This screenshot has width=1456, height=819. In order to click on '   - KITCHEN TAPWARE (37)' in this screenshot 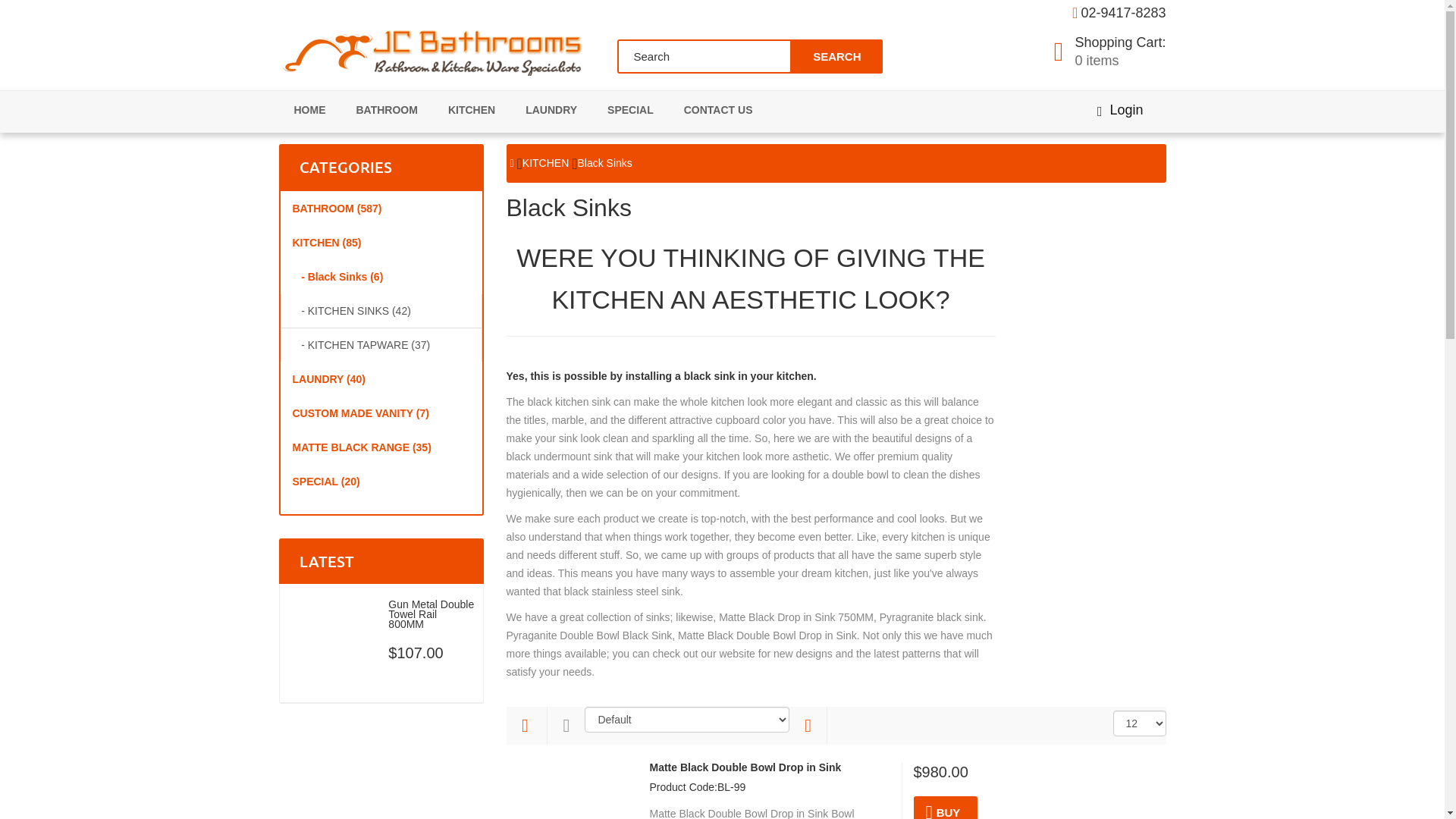, I will do `click(381, 345)`.